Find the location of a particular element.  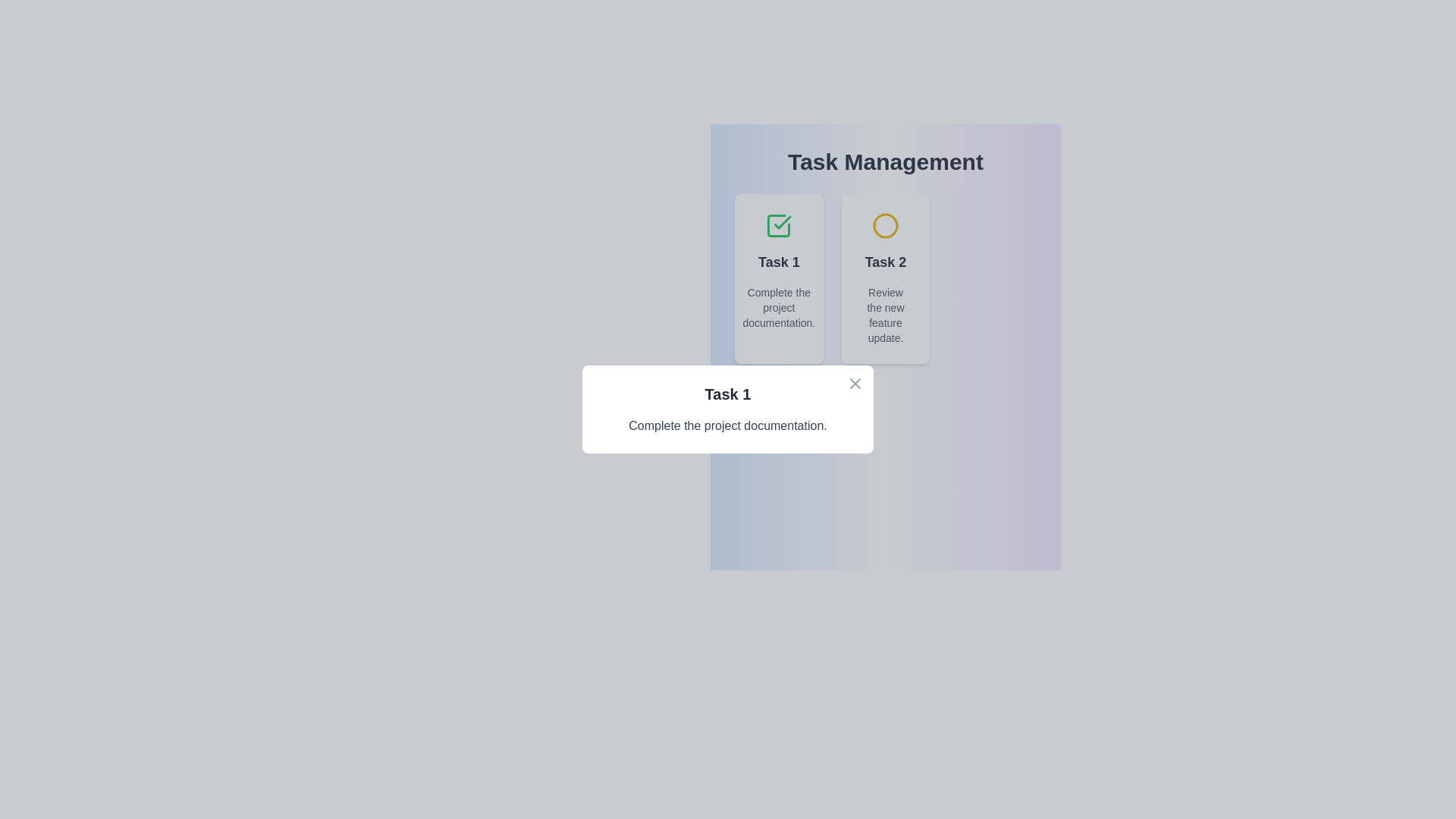

the interactive task card located in the upper-left corner of the task management interface is located at coordinates (779, 278).